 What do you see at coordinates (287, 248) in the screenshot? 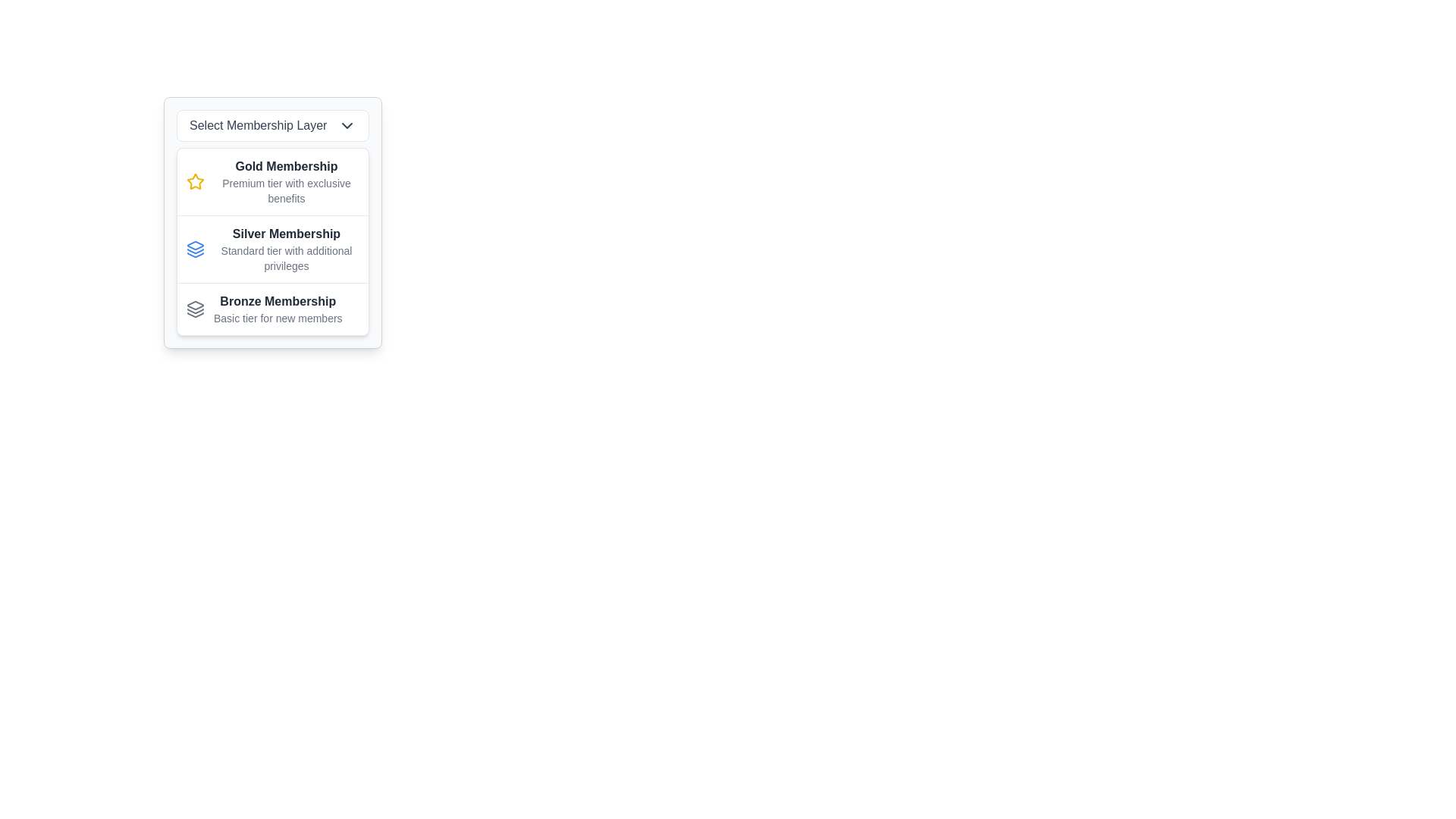
I see `the 'Silver Membership' text label, which is the second option in a dropdown menu, located centrally between 'Gold Membership' above and 'Bronze Membership' below` at bounding box center [287, 248].